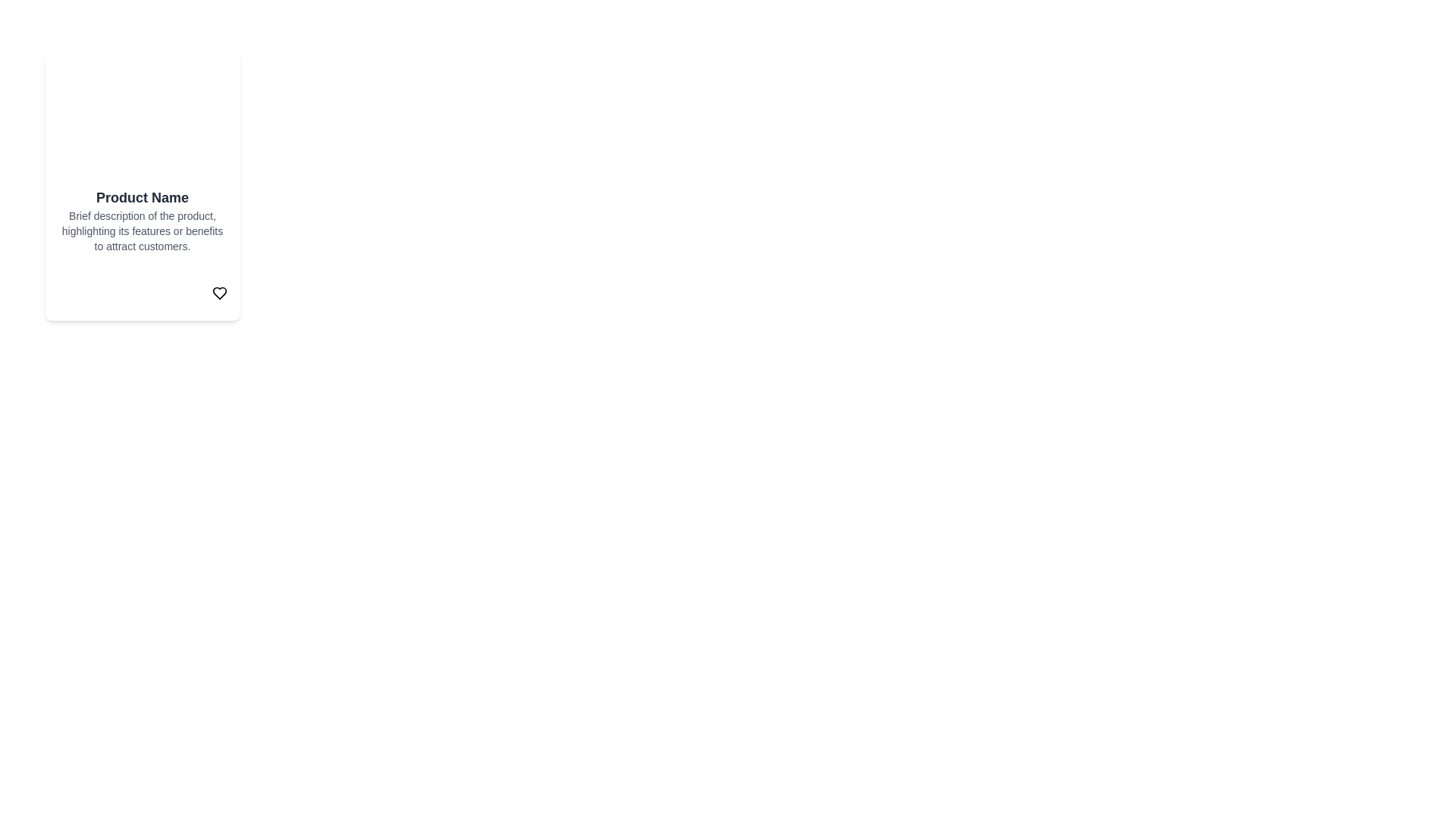  What do you see at coordinates (142, 293) in the screenshot?
I see `the button located at the bottom of the product card` at bounding box center [142, 293].